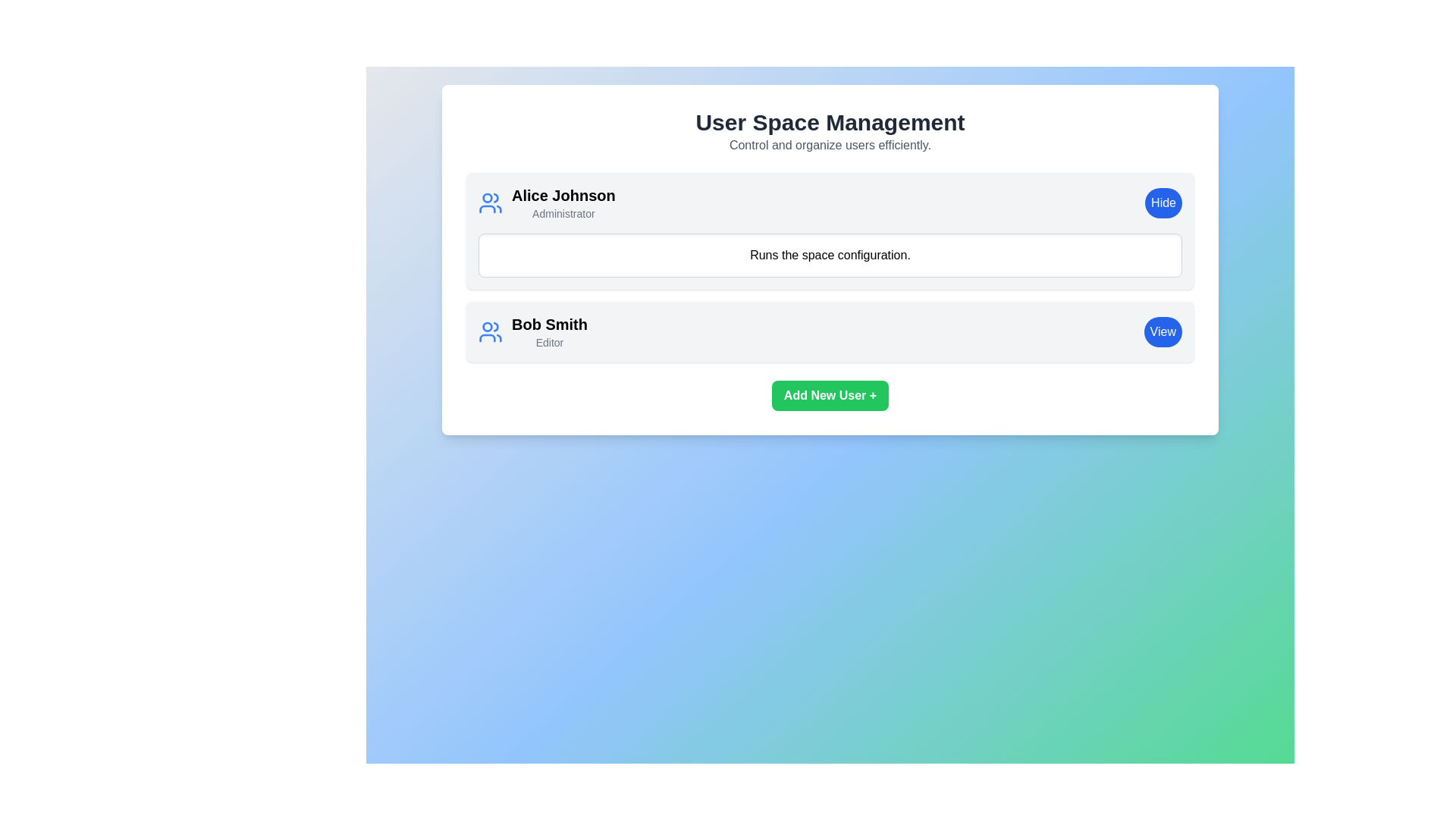 This screenshot has width=1456, height=819. What do you see at coordinates (548, 331) in the screenshot?
I see `the text label displaying 'Bob Smith' and 'Editor', which is located in the lower user card beneath 'Alice Johnson'` at bounding box center [548, 331].